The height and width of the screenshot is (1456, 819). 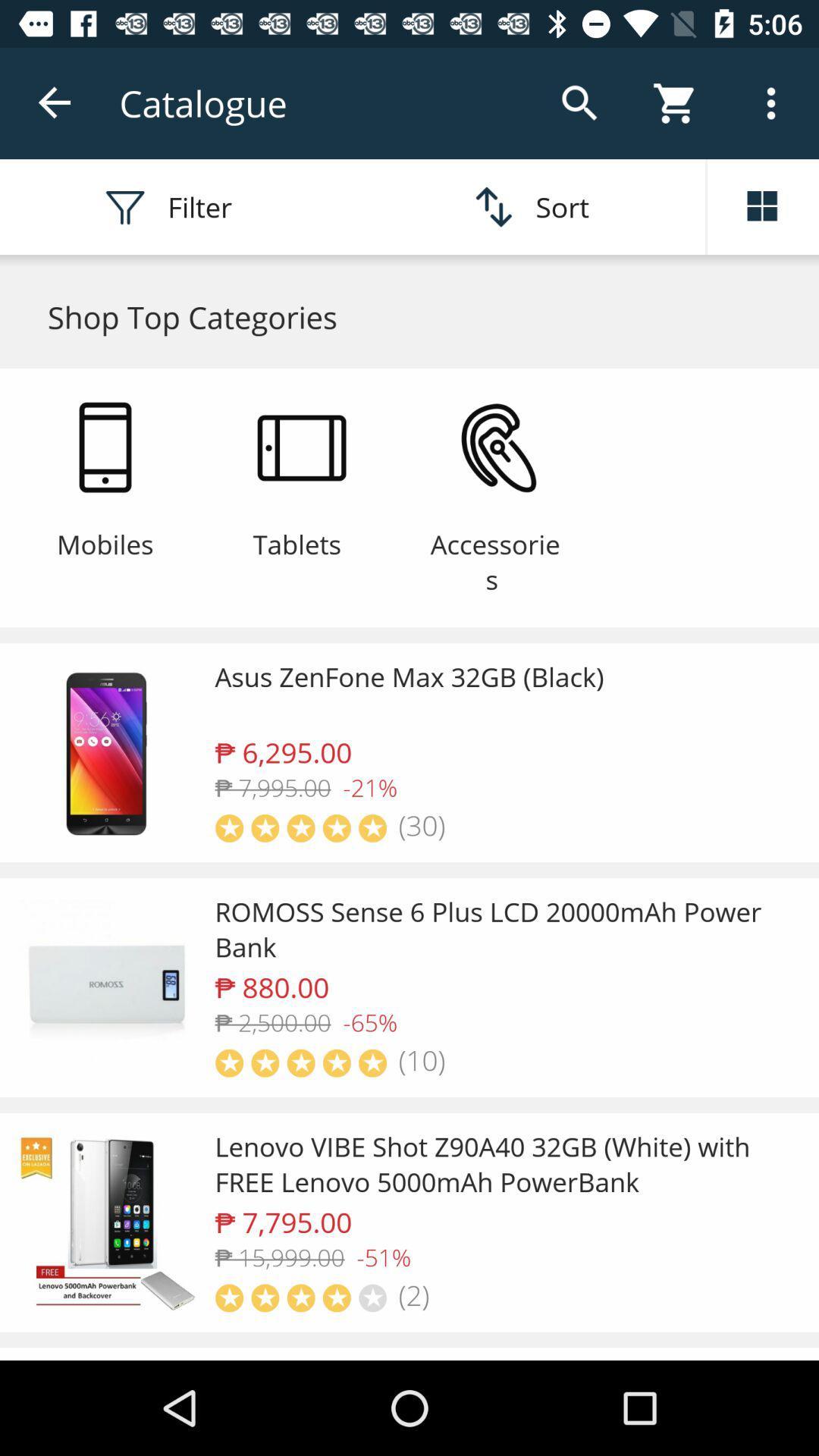 I want to click on the item above the filter item, so click(x=55, y=102).